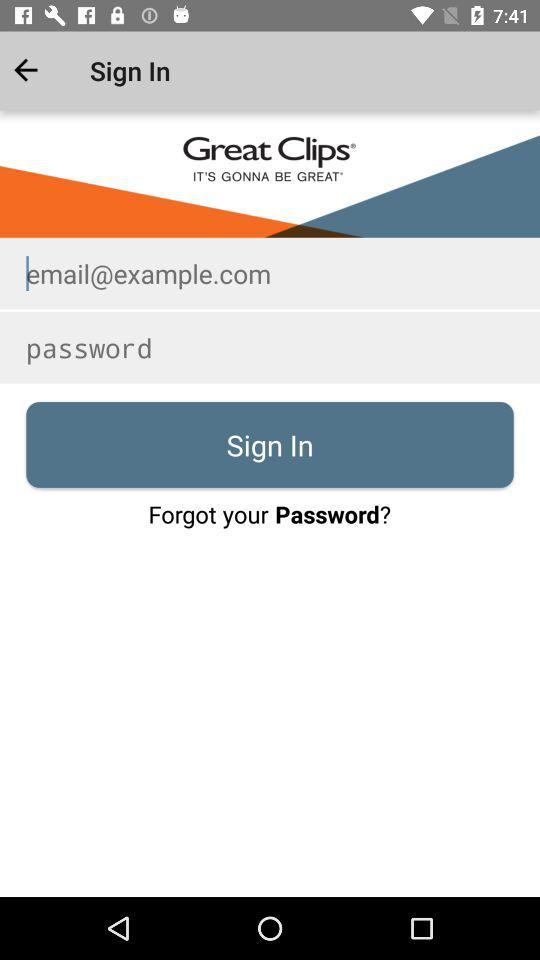 The height and width of the screenshot is (960, 540). I want to click on password, so click(270, 347).